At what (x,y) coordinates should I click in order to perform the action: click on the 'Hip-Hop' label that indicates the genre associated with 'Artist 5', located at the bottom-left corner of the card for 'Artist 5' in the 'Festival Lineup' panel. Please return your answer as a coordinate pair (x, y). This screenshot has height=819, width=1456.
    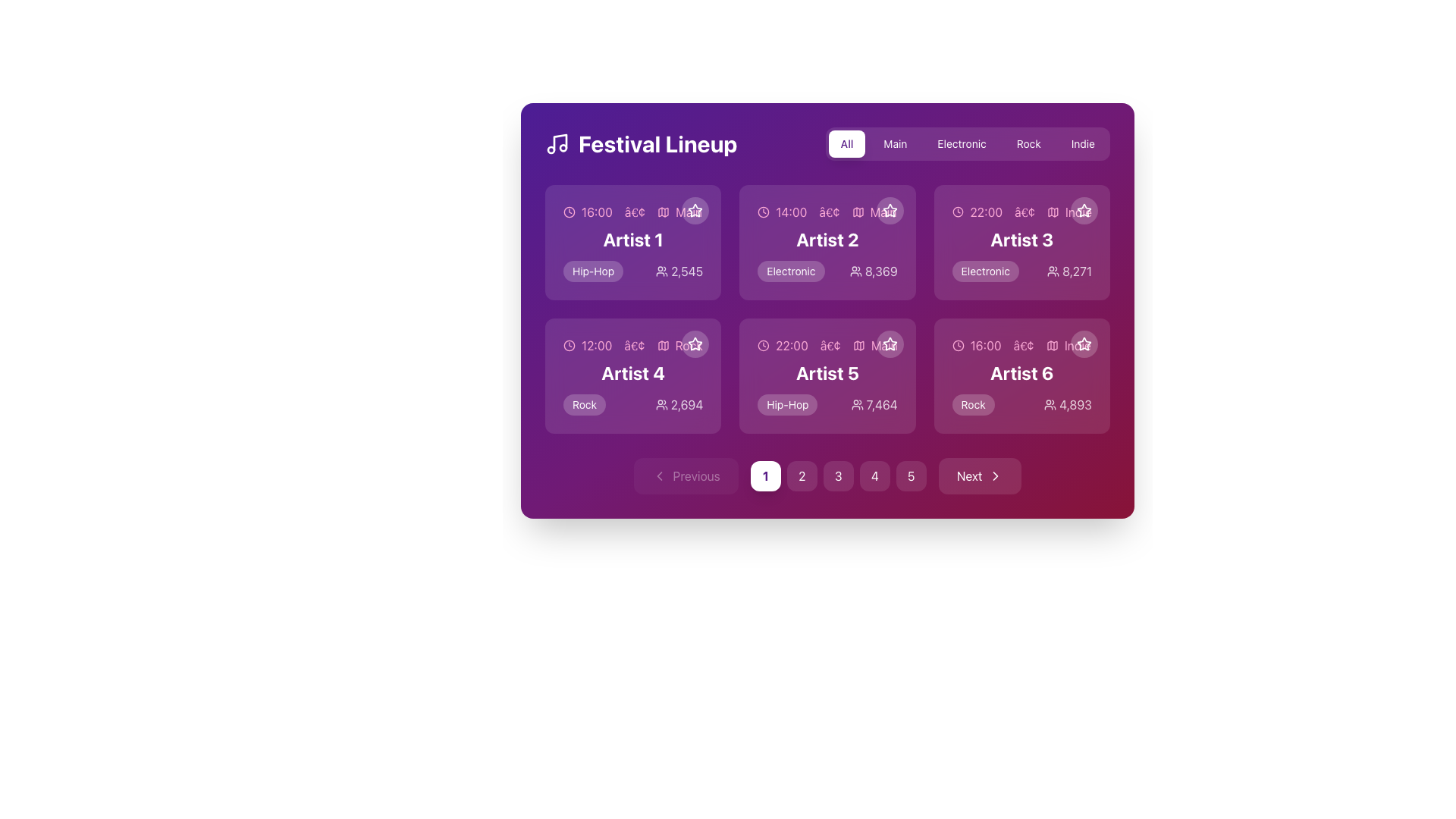
    Looking at the image, I should click on (787, 403).